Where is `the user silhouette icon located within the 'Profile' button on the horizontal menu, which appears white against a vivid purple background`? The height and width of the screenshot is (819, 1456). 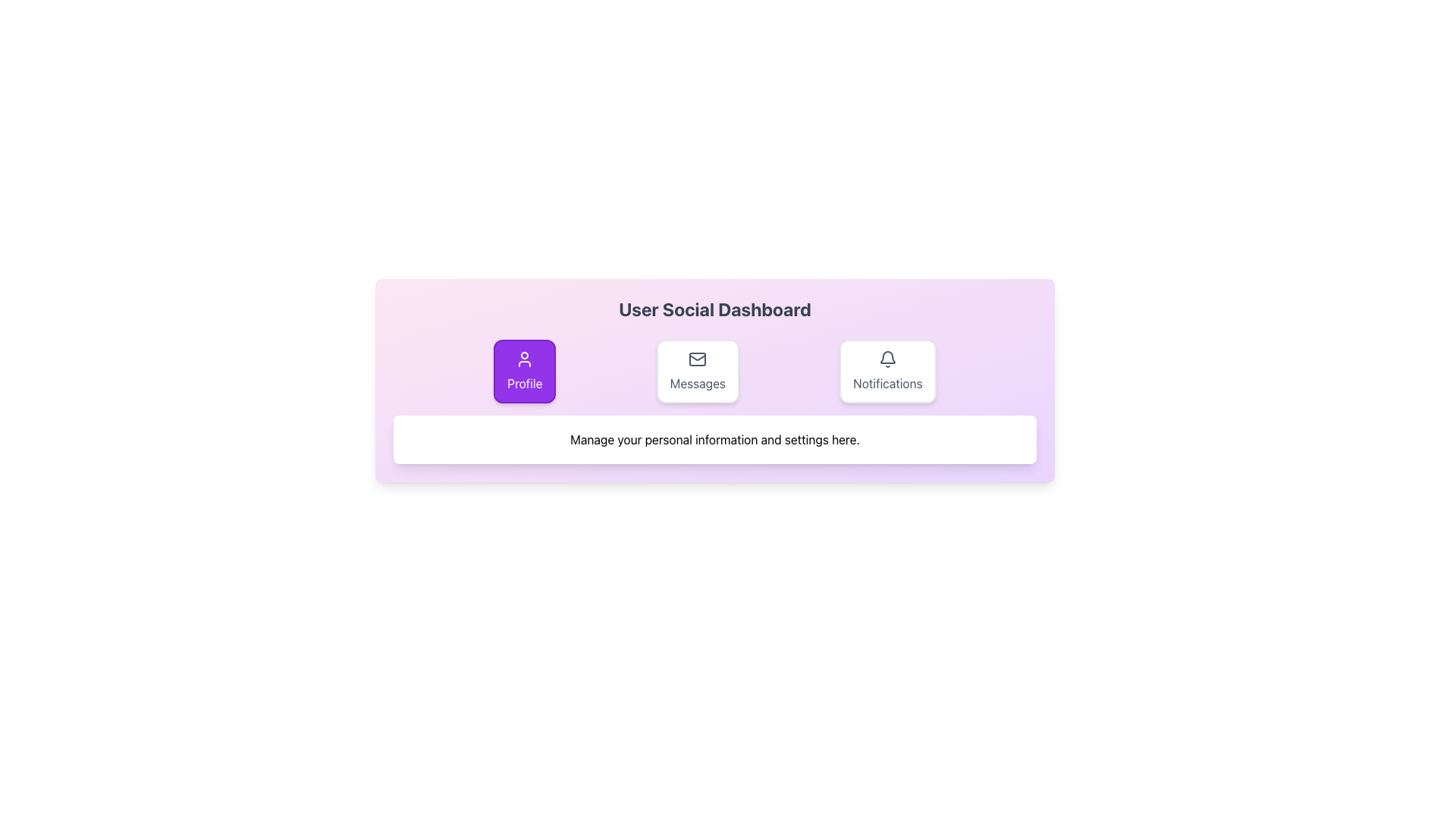
the user silhouette icon located within the 'Profile' button on the horizontal menu, which appears white against a vivid purple background is located at coordinates (525, 359).